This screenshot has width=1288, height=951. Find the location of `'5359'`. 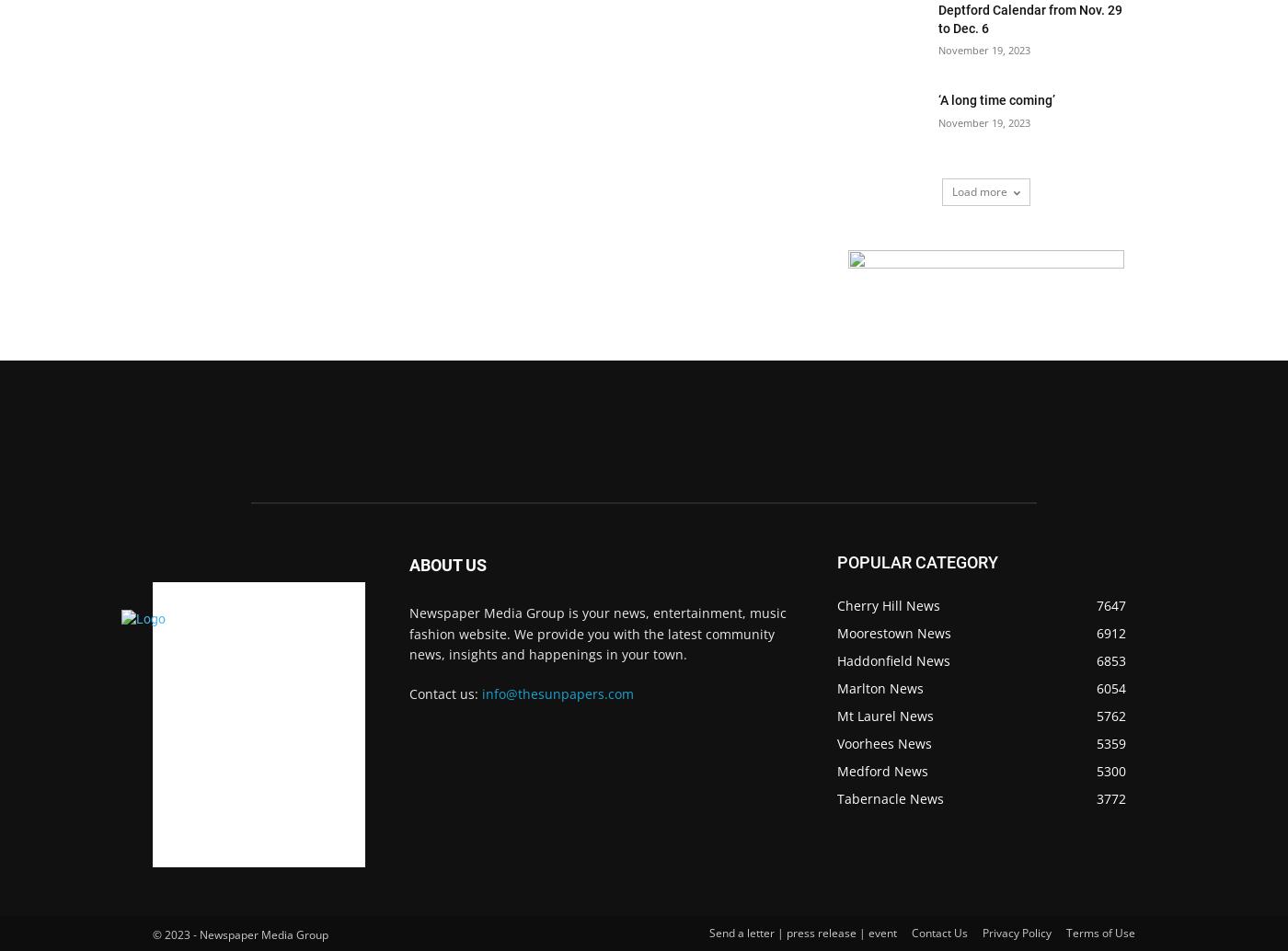

'5359' is located at coordinates (1096, 742).